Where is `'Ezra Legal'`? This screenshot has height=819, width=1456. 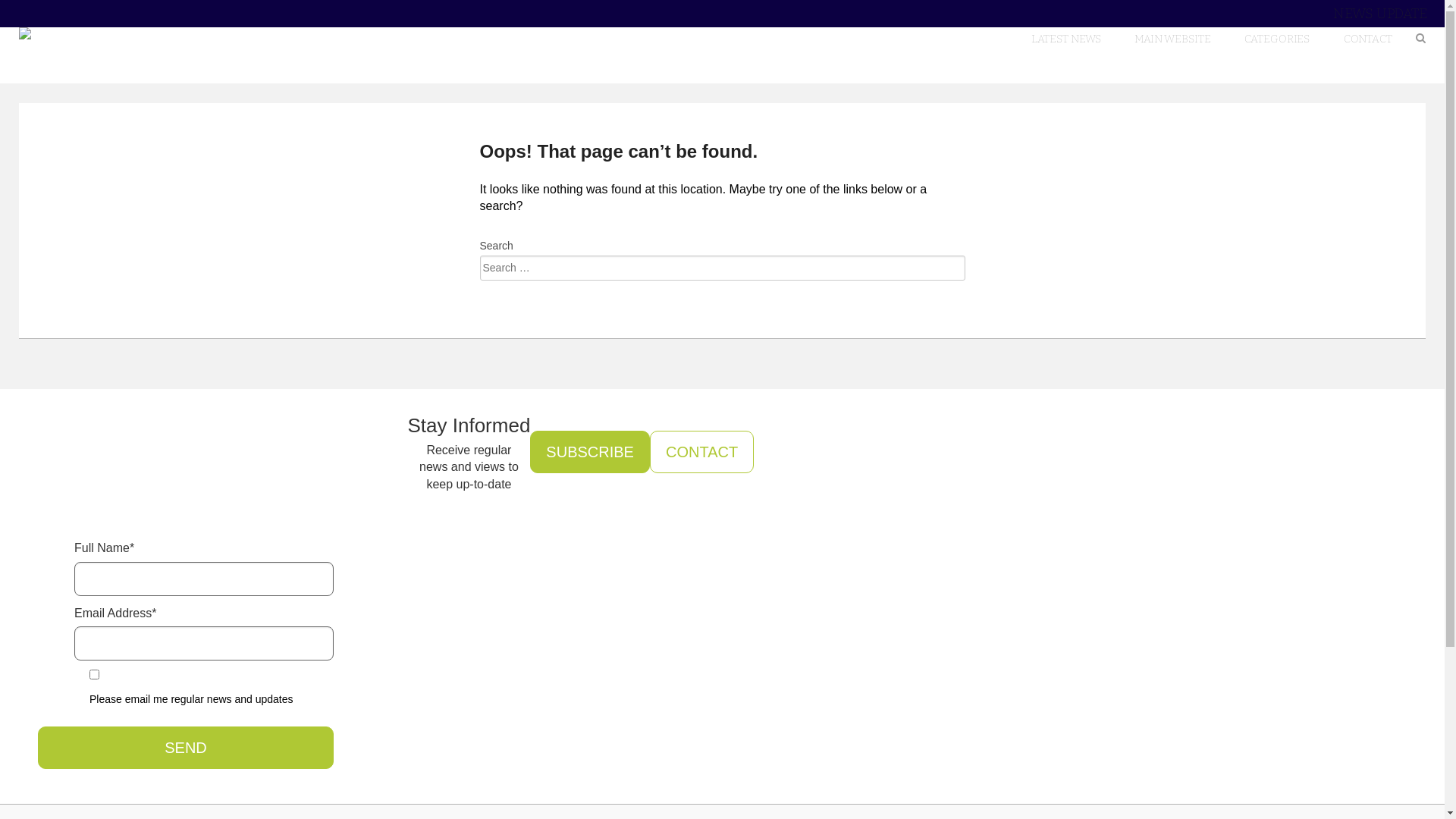 'Ezra Legal' is located at coordinates (112, 33).